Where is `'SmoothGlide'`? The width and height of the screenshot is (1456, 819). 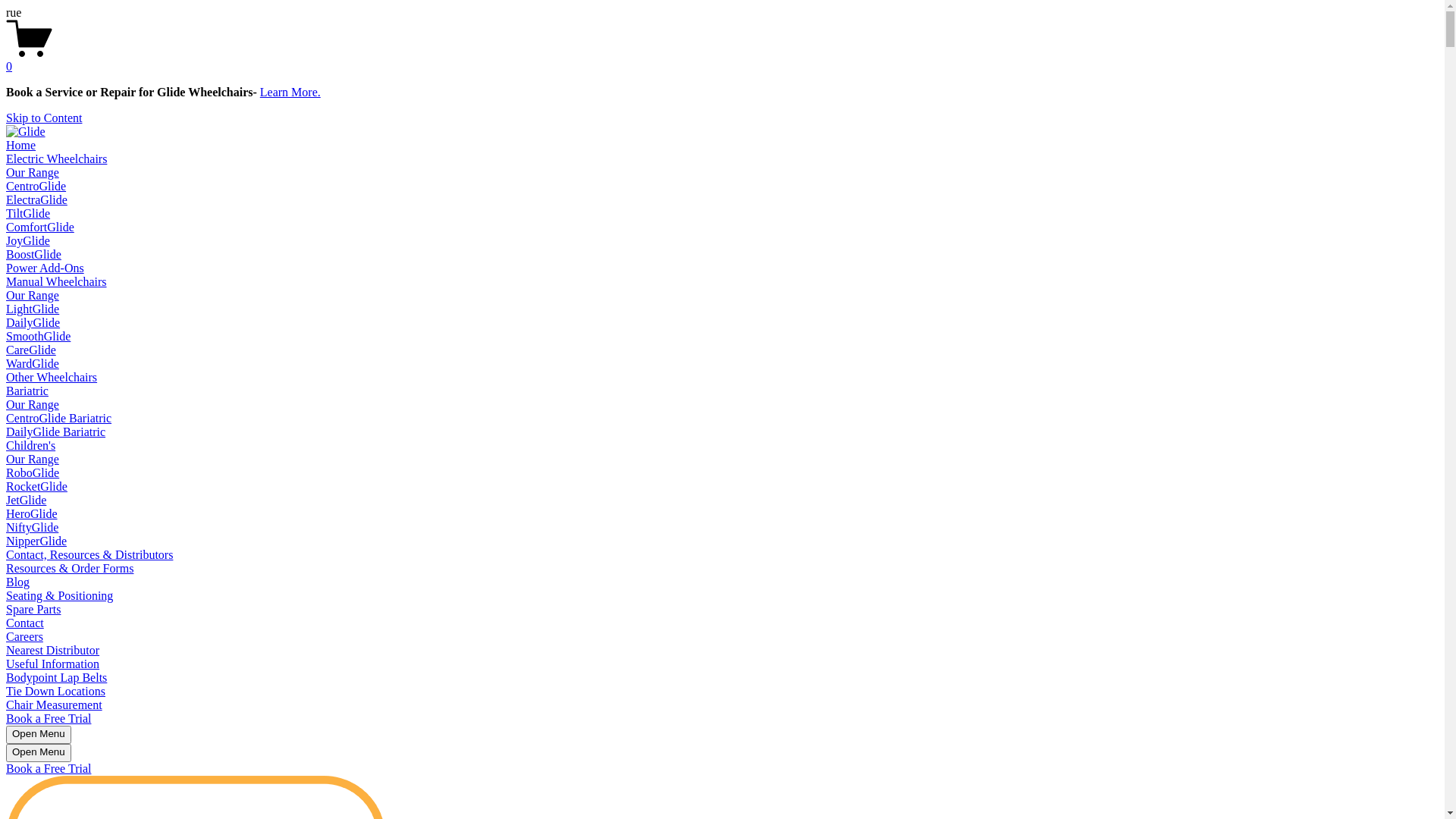
'SmoothGlide' is located at coordinates (38, 335).